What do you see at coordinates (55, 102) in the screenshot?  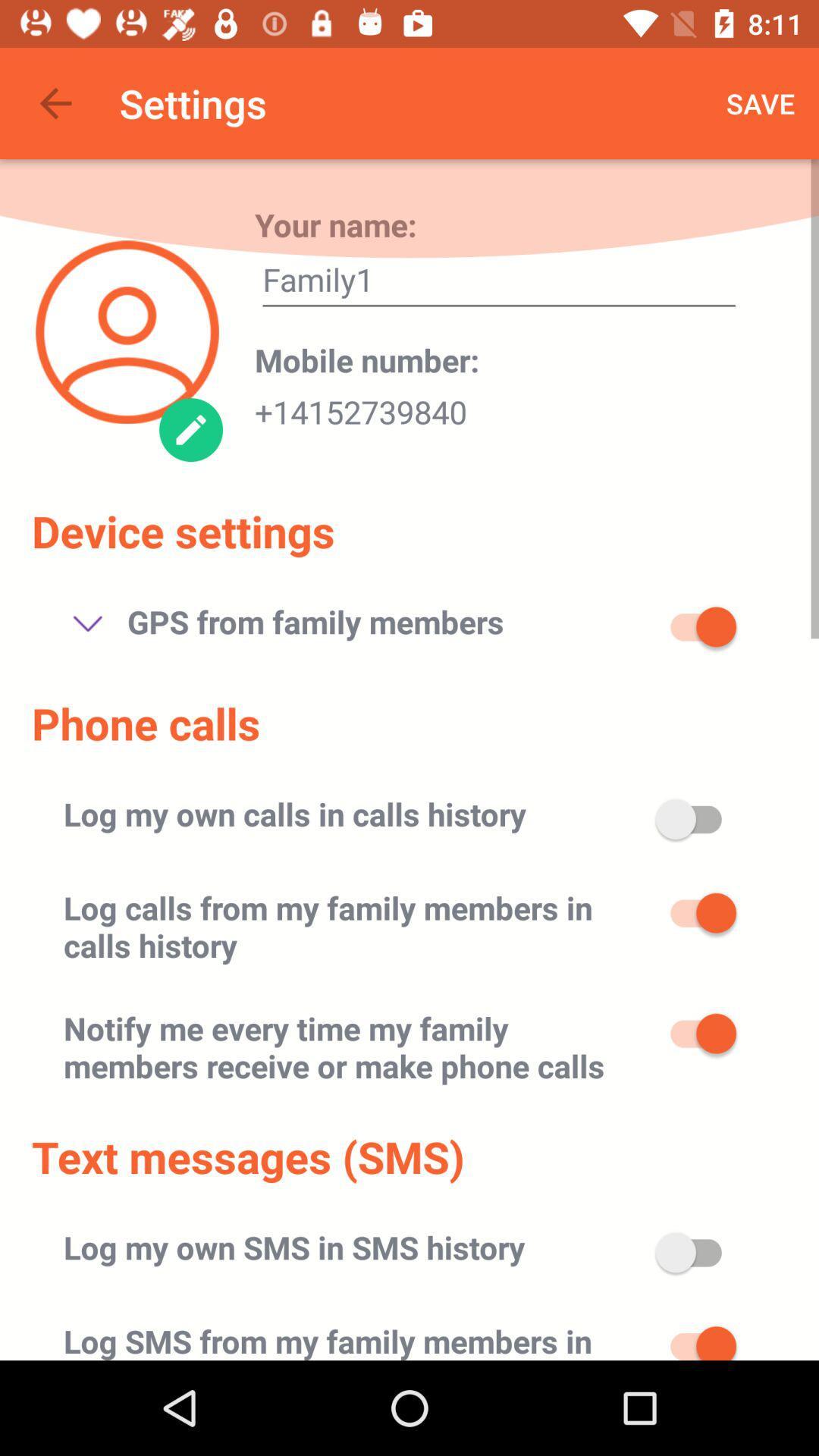 I see `the icon to the left of settings` at bounding box center [55, 102].